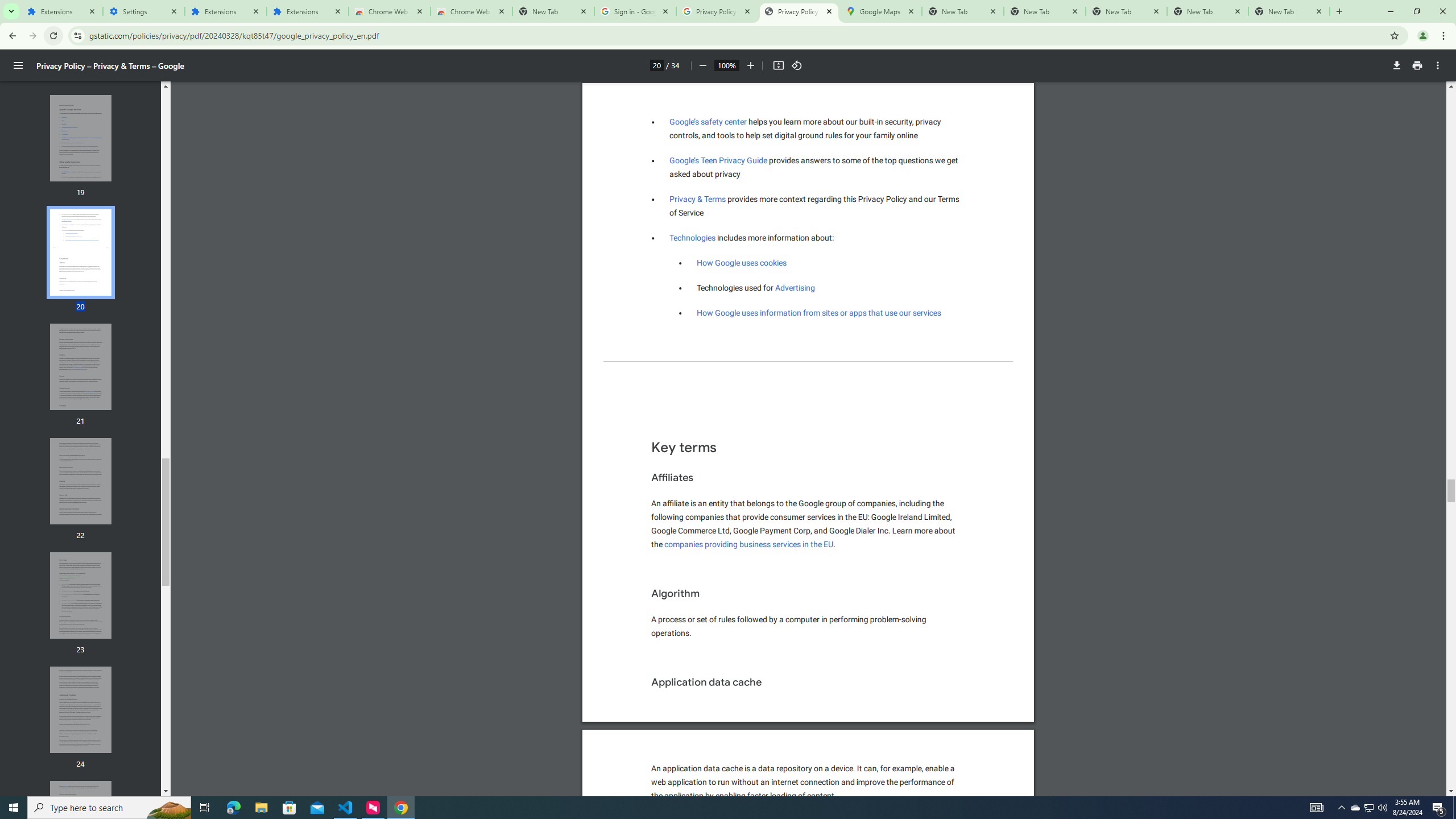 Image resolution: width=1456 pixels, height=819 pixels. I want to click on 'Zoom level', so click(726, 65).